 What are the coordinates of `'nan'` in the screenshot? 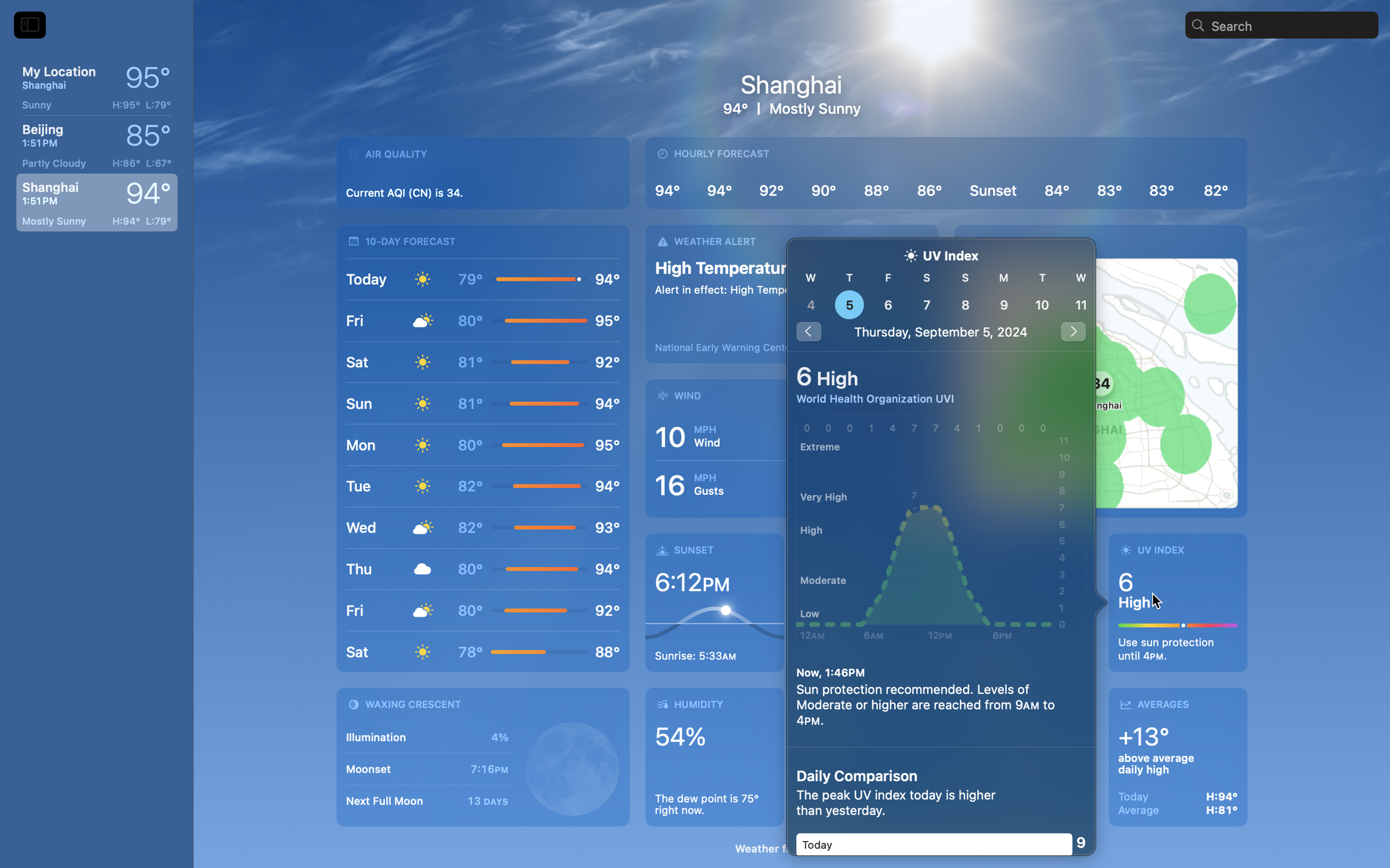 It's located at (941, 294).